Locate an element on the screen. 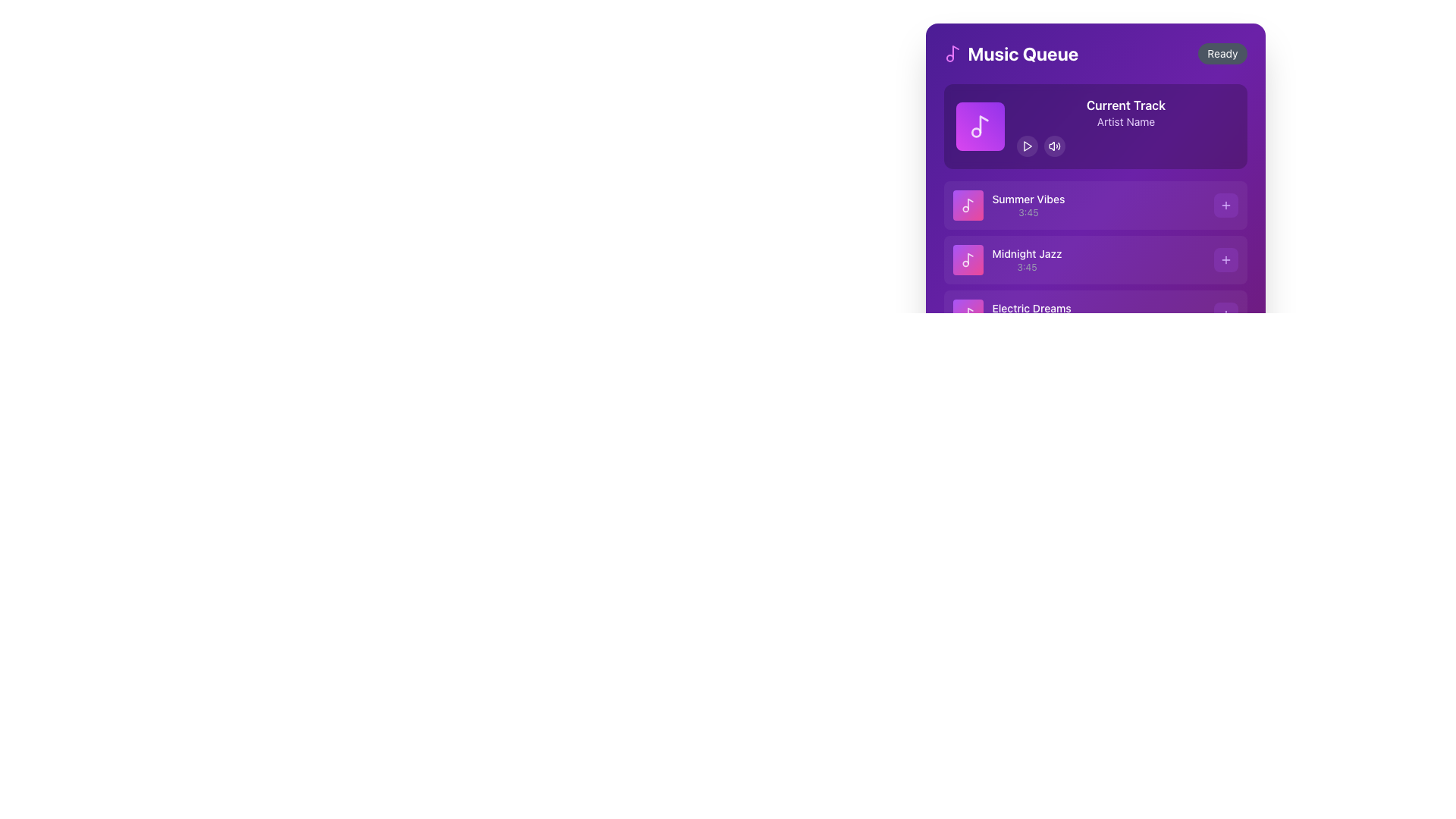  the Icon element representing the music track 'Summer Vibes', located to the left of the text and serving as a clickable area is located at coordinates (967, 205).